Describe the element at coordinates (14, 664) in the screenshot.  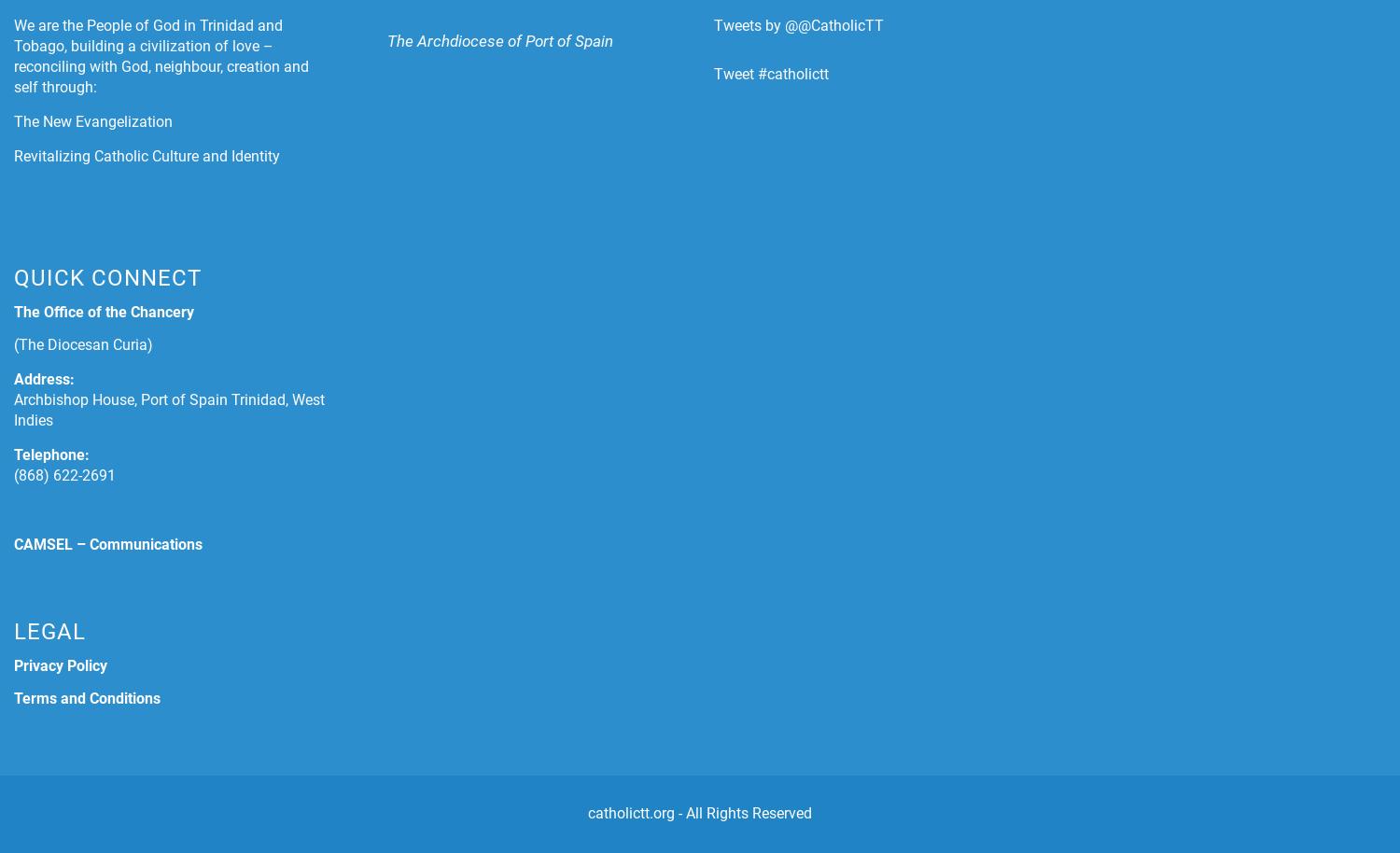
I see `'Privacy Policy'` at that location.